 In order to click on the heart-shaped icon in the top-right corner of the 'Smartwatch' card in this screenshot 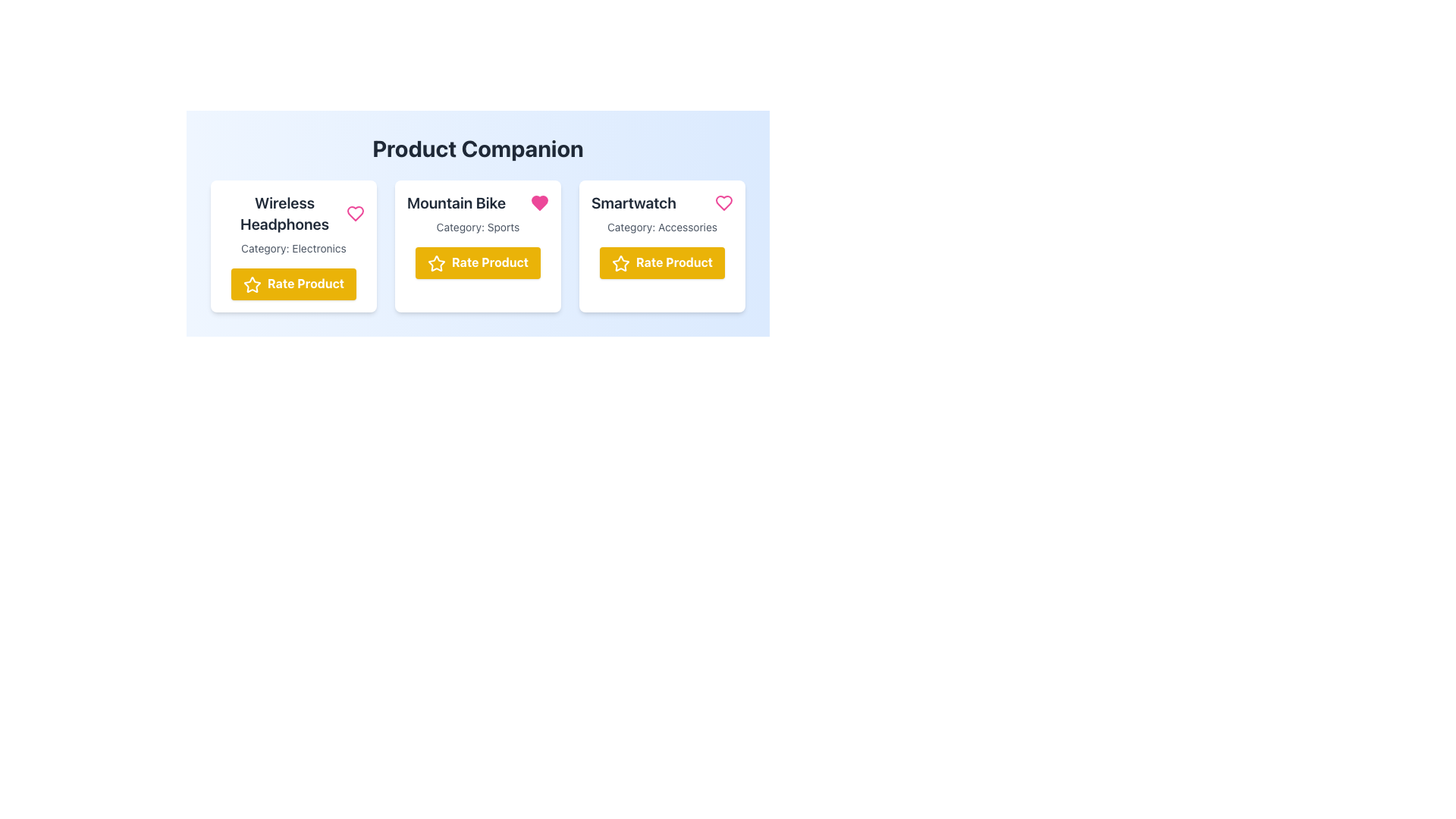, I will do `click(723, 202)`.